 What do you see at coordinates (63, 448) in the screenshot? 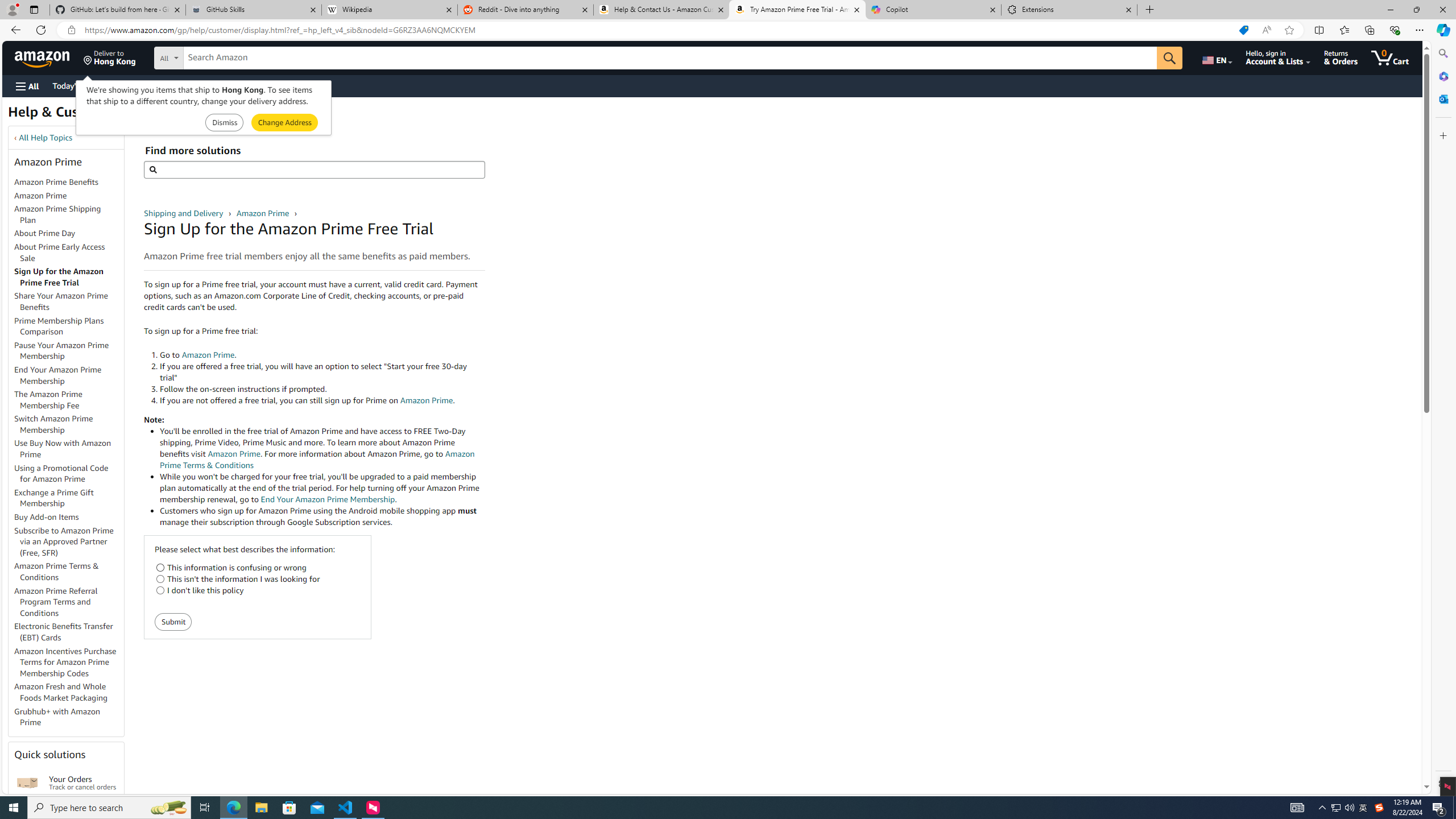
I see `'Use Buy Now with Amazon Prime'` at bounding box center [63, 448].